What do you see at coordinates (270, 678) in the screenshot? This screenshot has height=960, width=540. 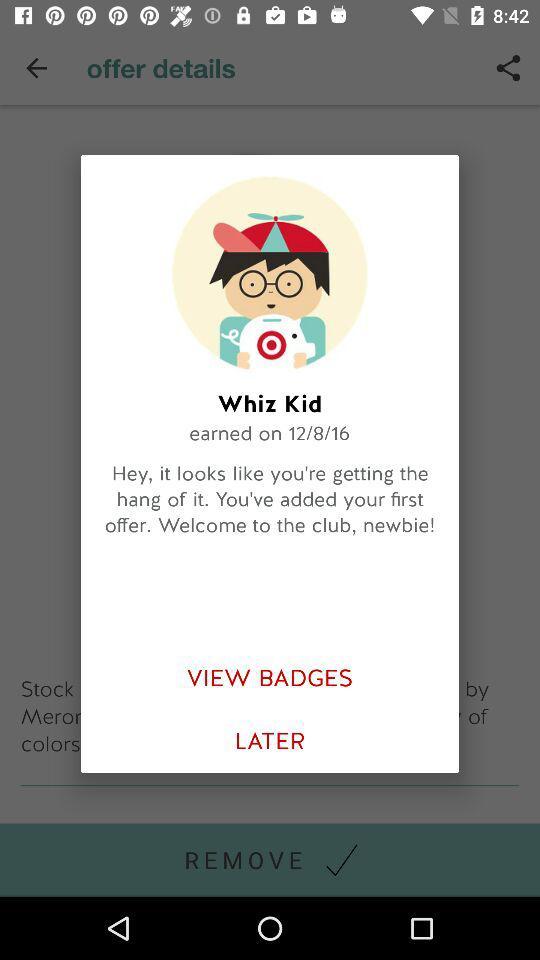 I see `the view badges` at bounding box center [270, 678].